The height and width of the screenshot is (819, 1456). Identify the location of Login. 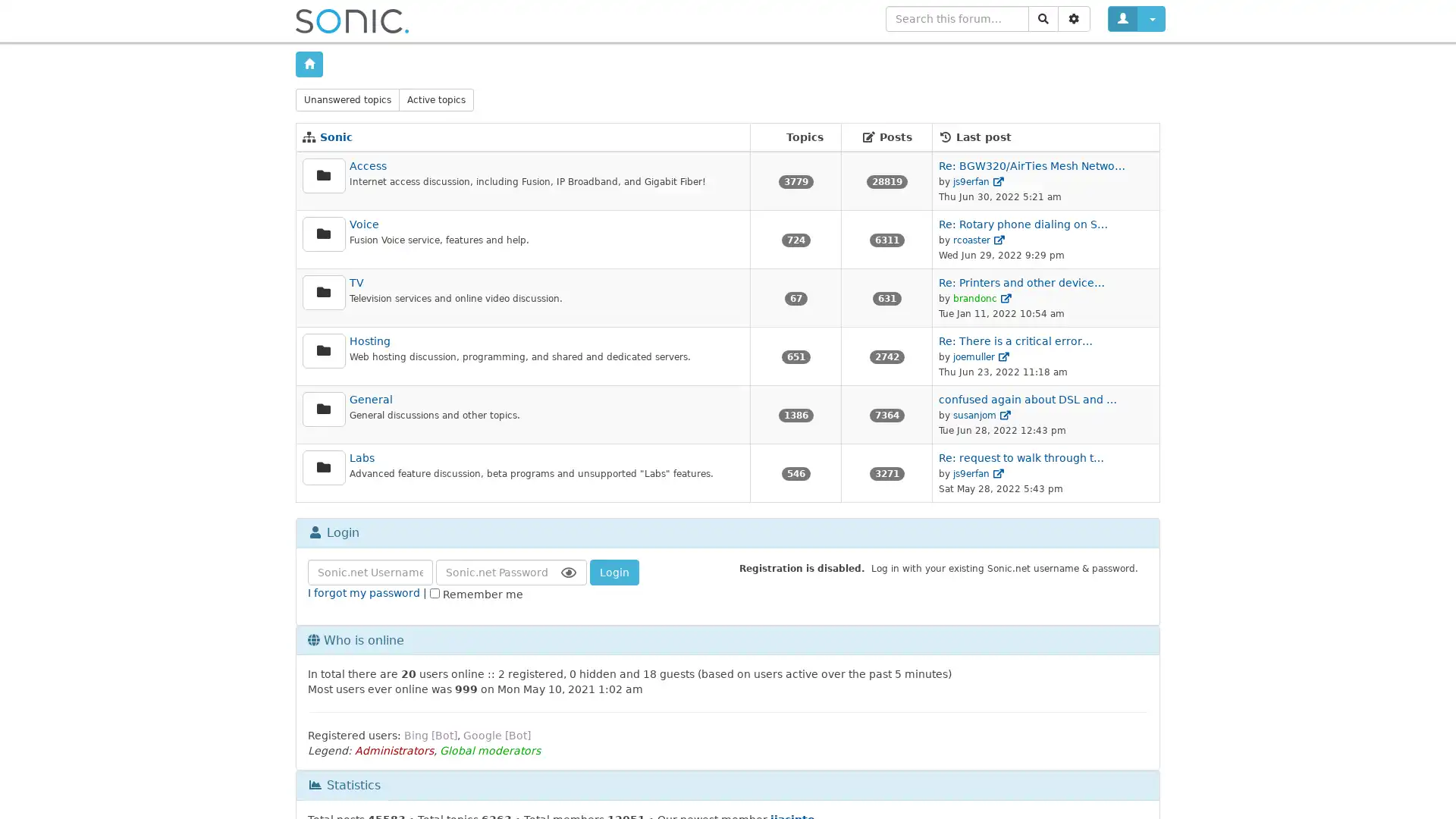
(614, 571).